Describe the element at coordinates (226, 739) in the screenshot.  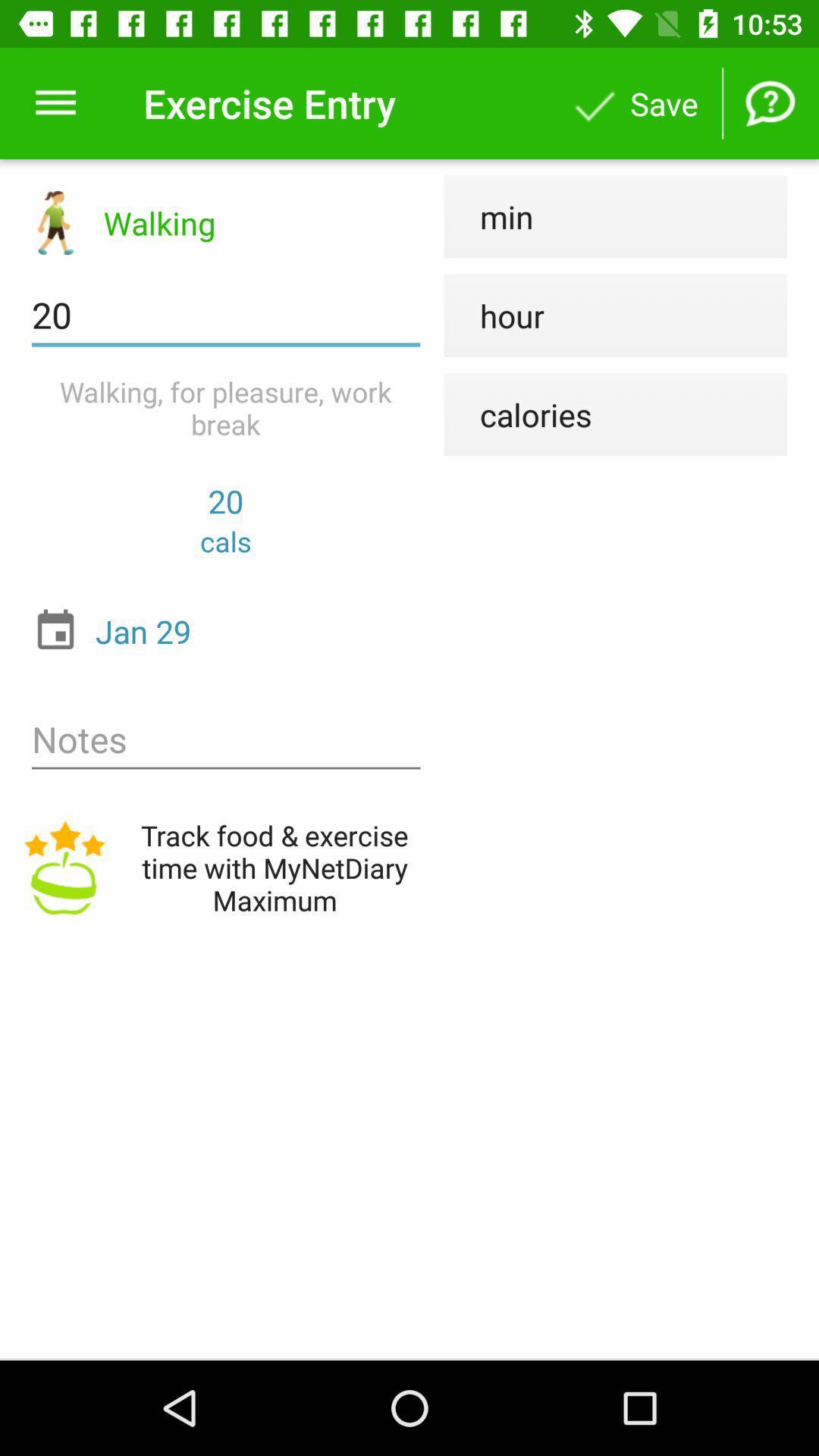
I see `write notes` at that location.